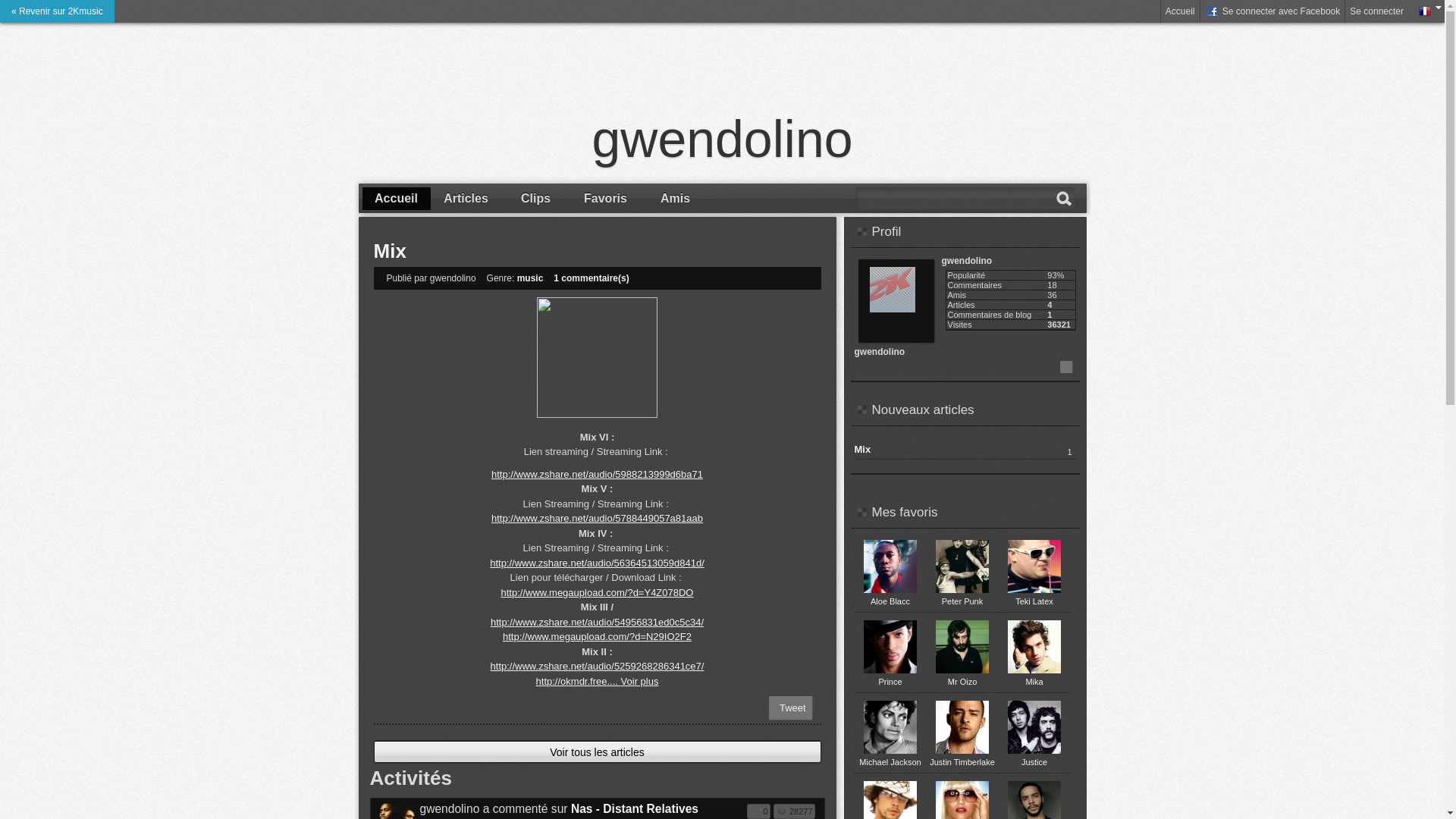  Describe the element at coordinates (675, 198) in the screenshot. I see `'Amis'` at that location.